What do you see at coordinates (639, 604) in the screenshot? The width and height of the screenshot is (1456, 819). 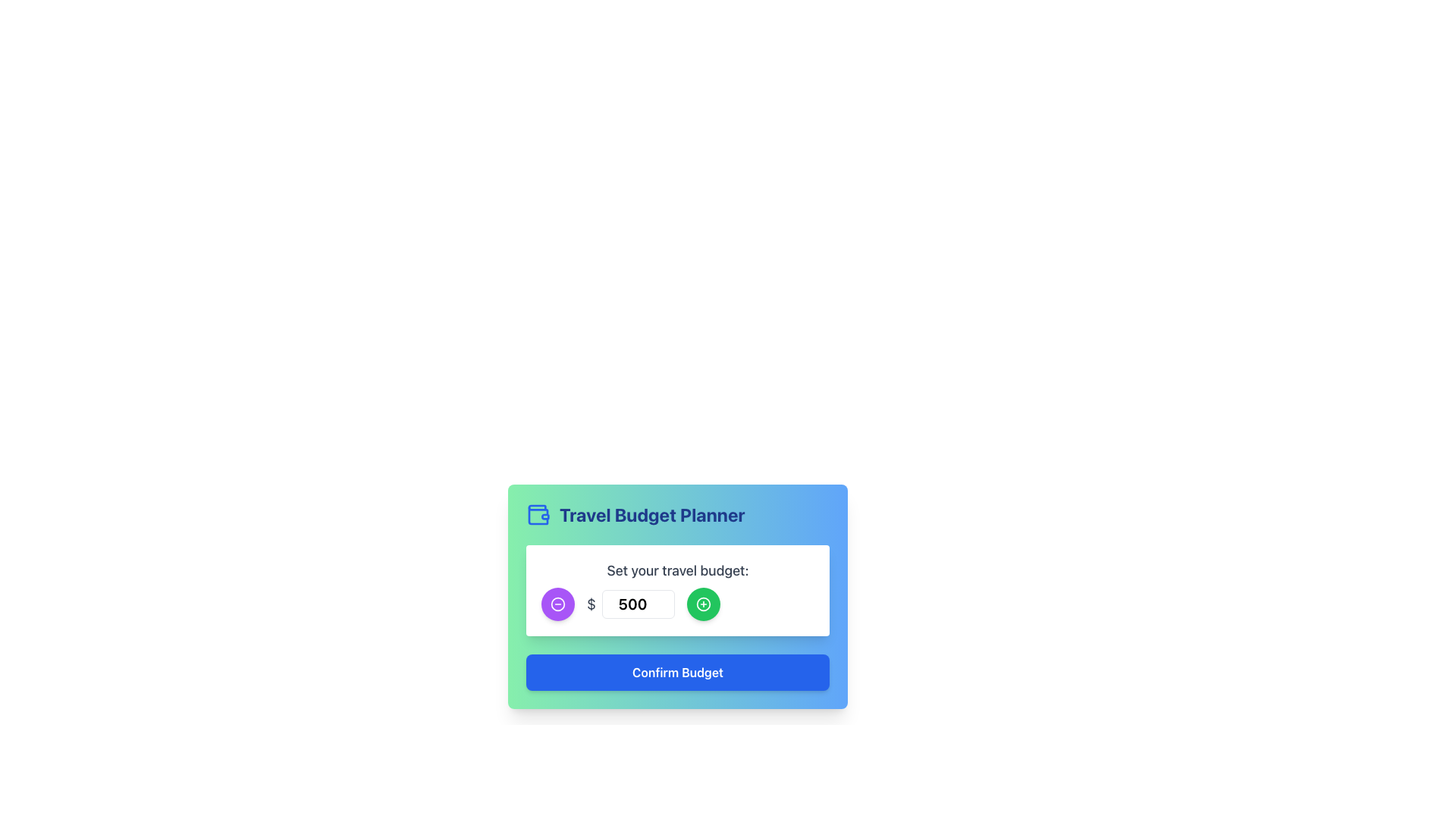 I see `the editable input field for the travel budget, positioned between a dollar sign and a green plus icon, to focus and edit the value` at bounding box center [639, 604].